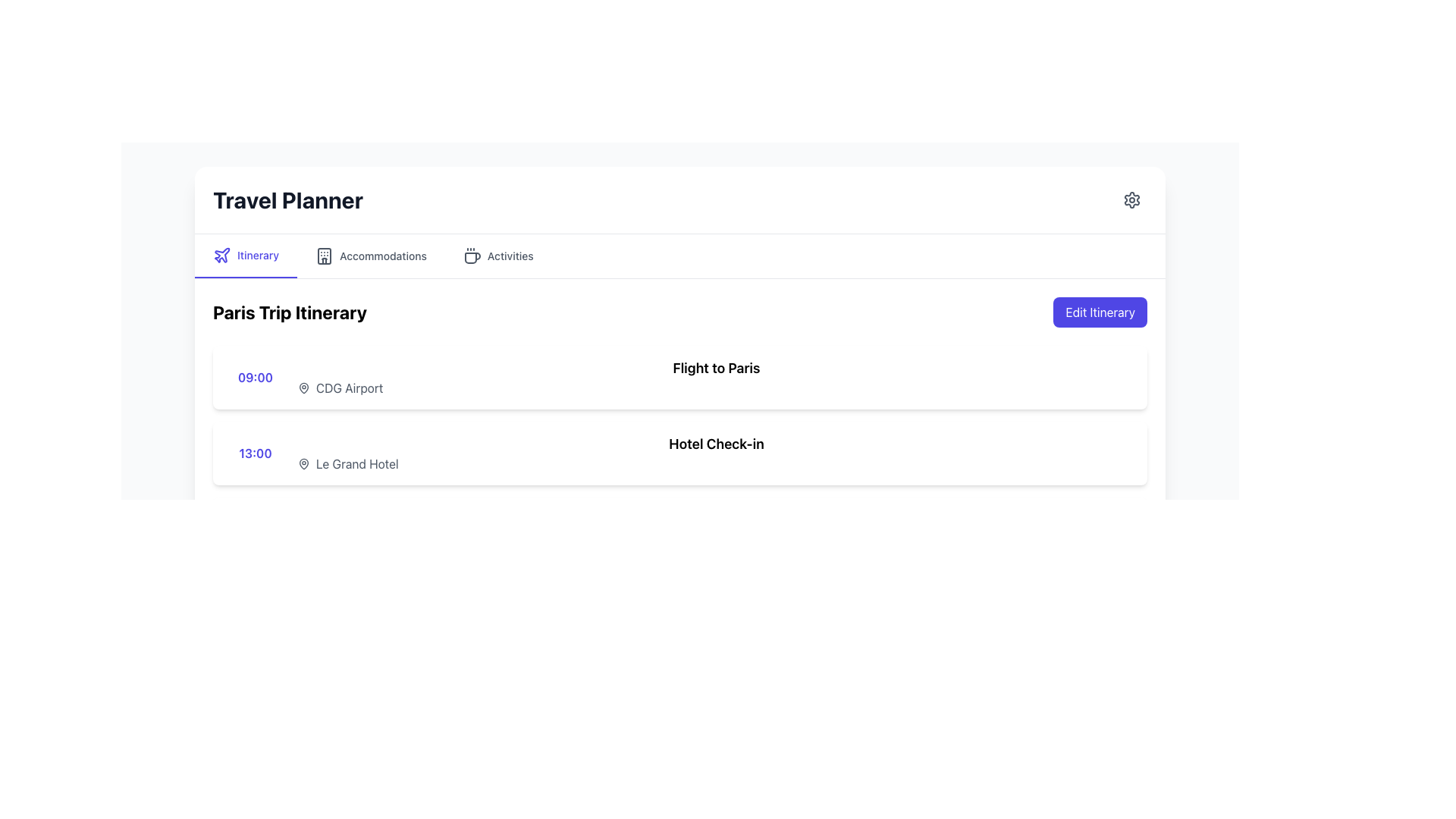 This screenshot has width=1456, height=819. What do you see at coordinates (1100, 312) in the screenshot?
I see `the button located at the top right corner of the 'Paris Trip Itinerary' section` at bounding box center [1100, 312].